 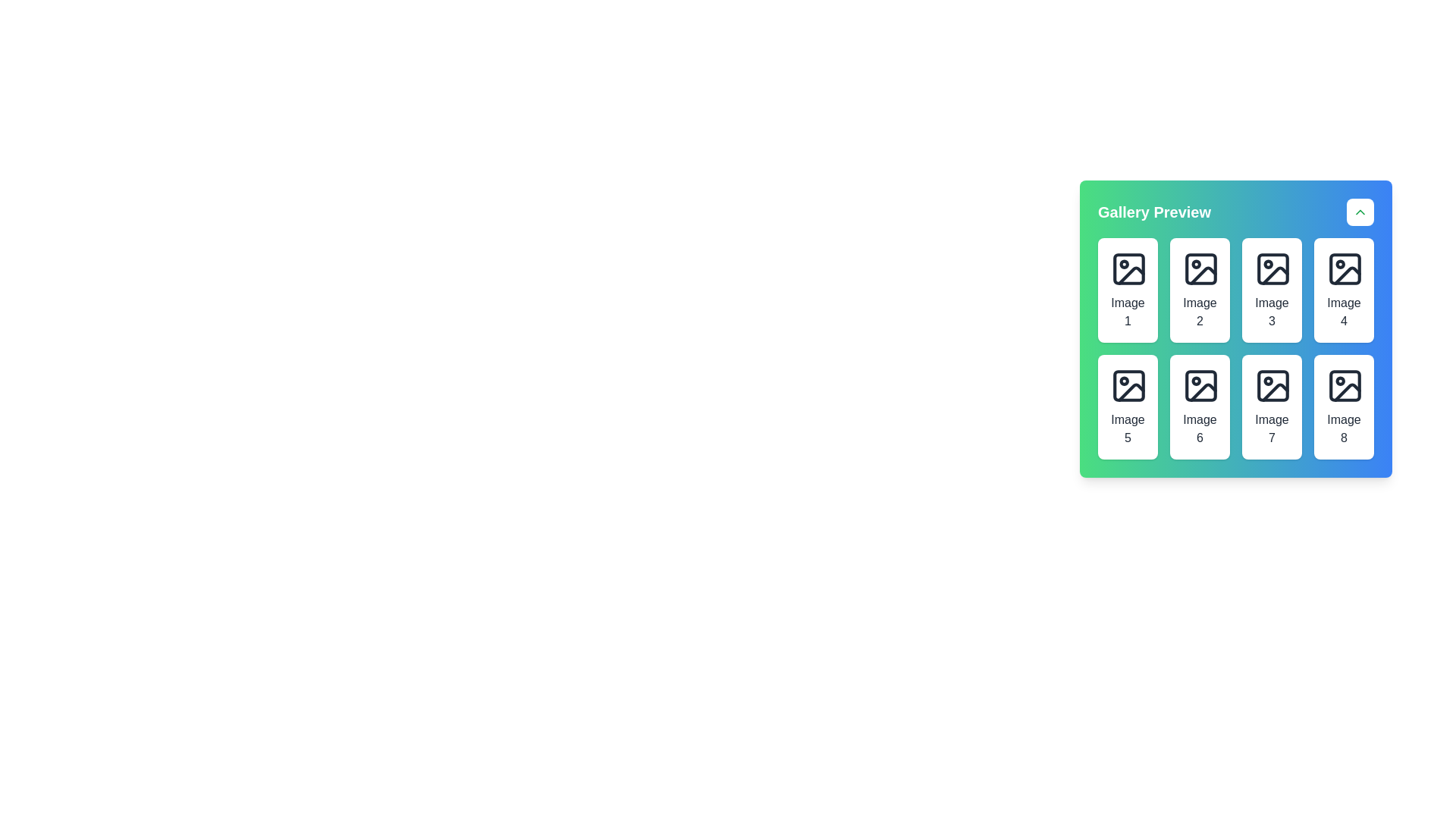 I want to click on the text label positioned in the bottom center of the first card in the second row of a 2x4 grid layout, which identifies the associated image or content, so click(x=1128, y=429).